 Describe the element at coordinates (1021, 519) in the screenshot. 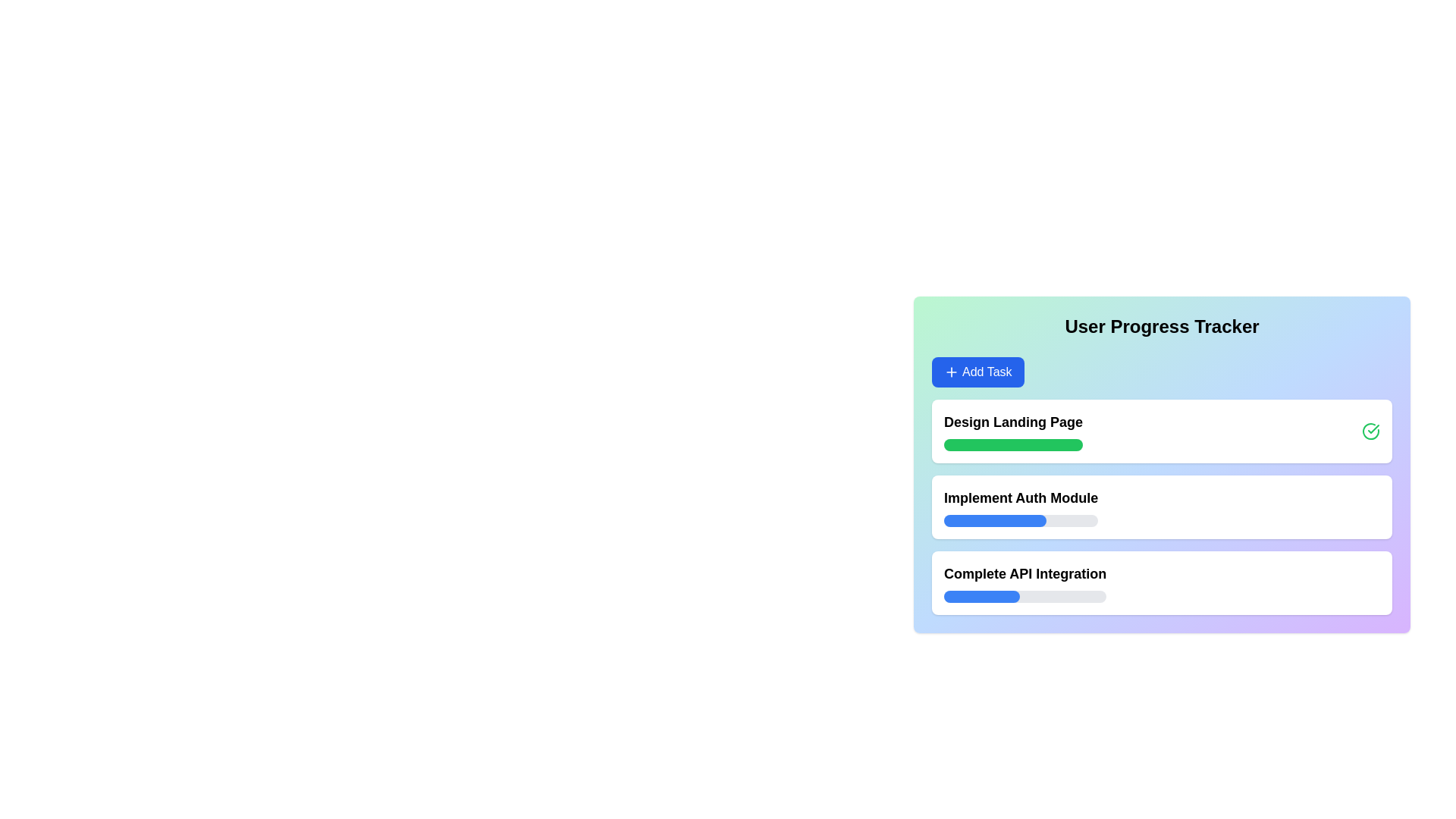

I see `the progress represented by the rounded progress bar indicating 63% completion for the 'Implement Auth Module' task in the User Progress Tracker` at that location.